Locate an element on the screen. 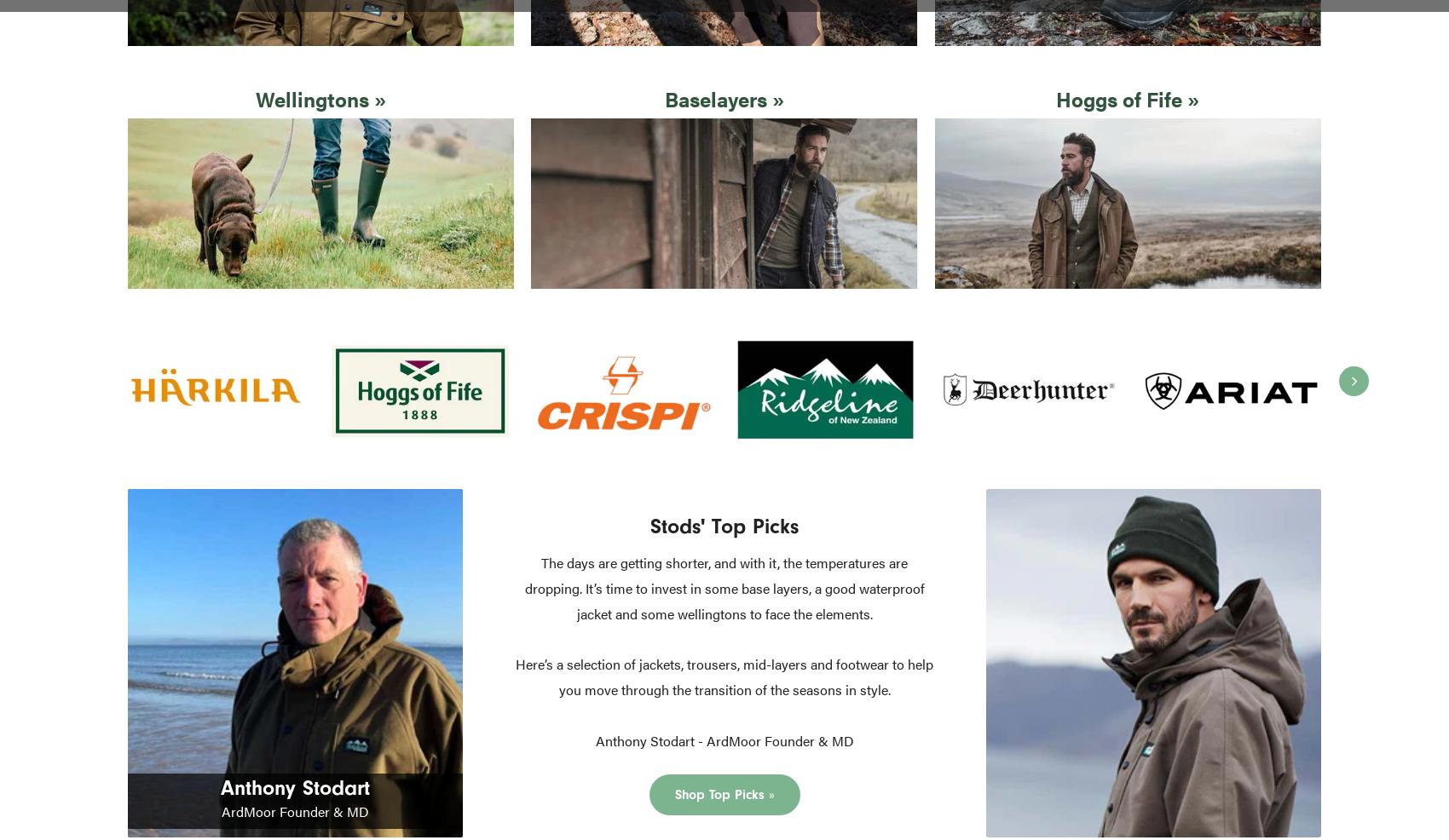  'Wellingtons »' is located at coordinates (256, 98).